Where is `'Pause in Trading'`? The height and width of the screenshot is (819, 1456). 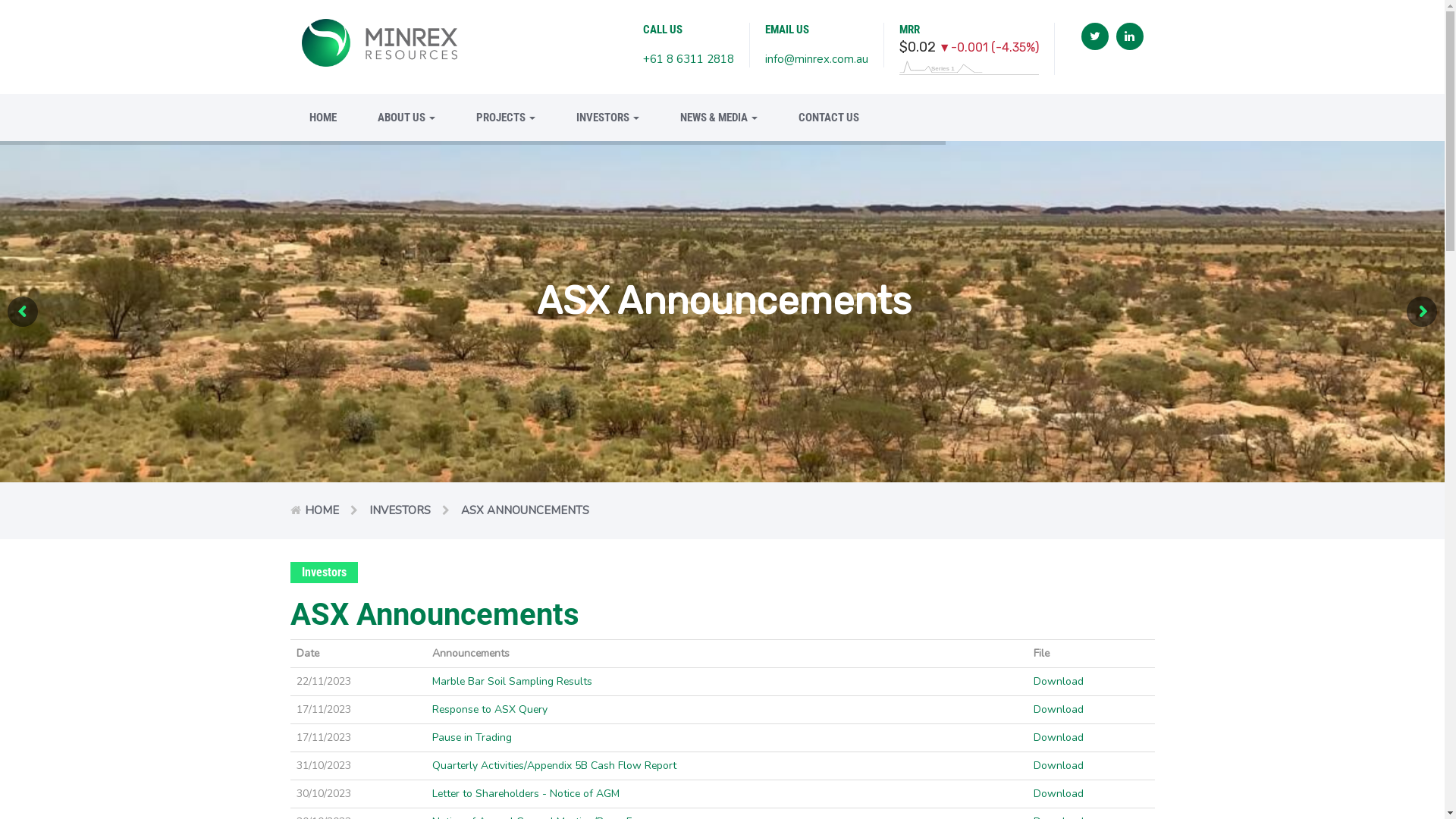
'Pause in Trading' is located at coordinates (471, 736).